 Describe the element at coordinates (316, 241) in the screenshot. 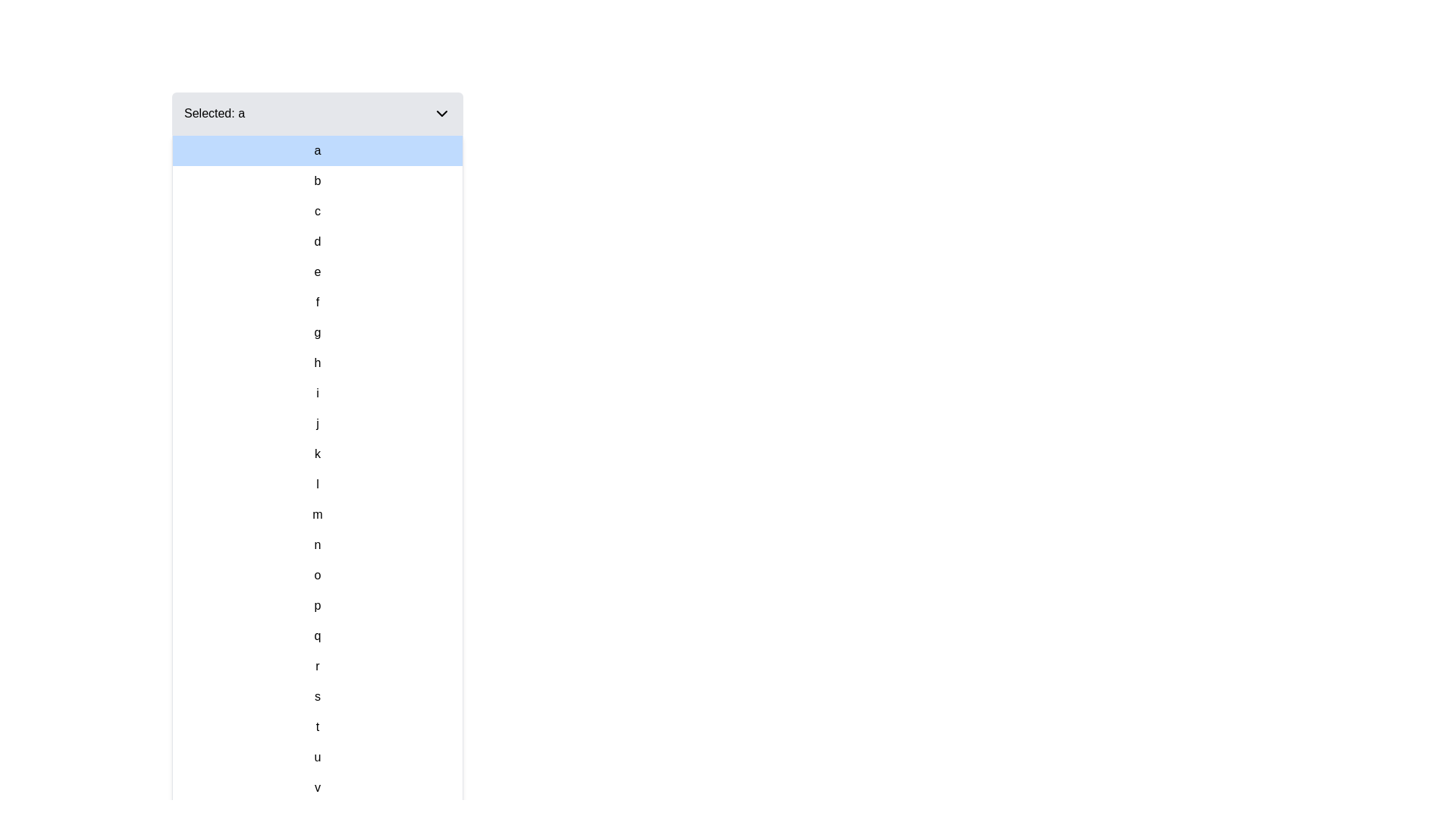

I see `to select the dropdown list item containing the letter 'd', which is the fourth row in the vertical list of alphabetic characters` at that location.